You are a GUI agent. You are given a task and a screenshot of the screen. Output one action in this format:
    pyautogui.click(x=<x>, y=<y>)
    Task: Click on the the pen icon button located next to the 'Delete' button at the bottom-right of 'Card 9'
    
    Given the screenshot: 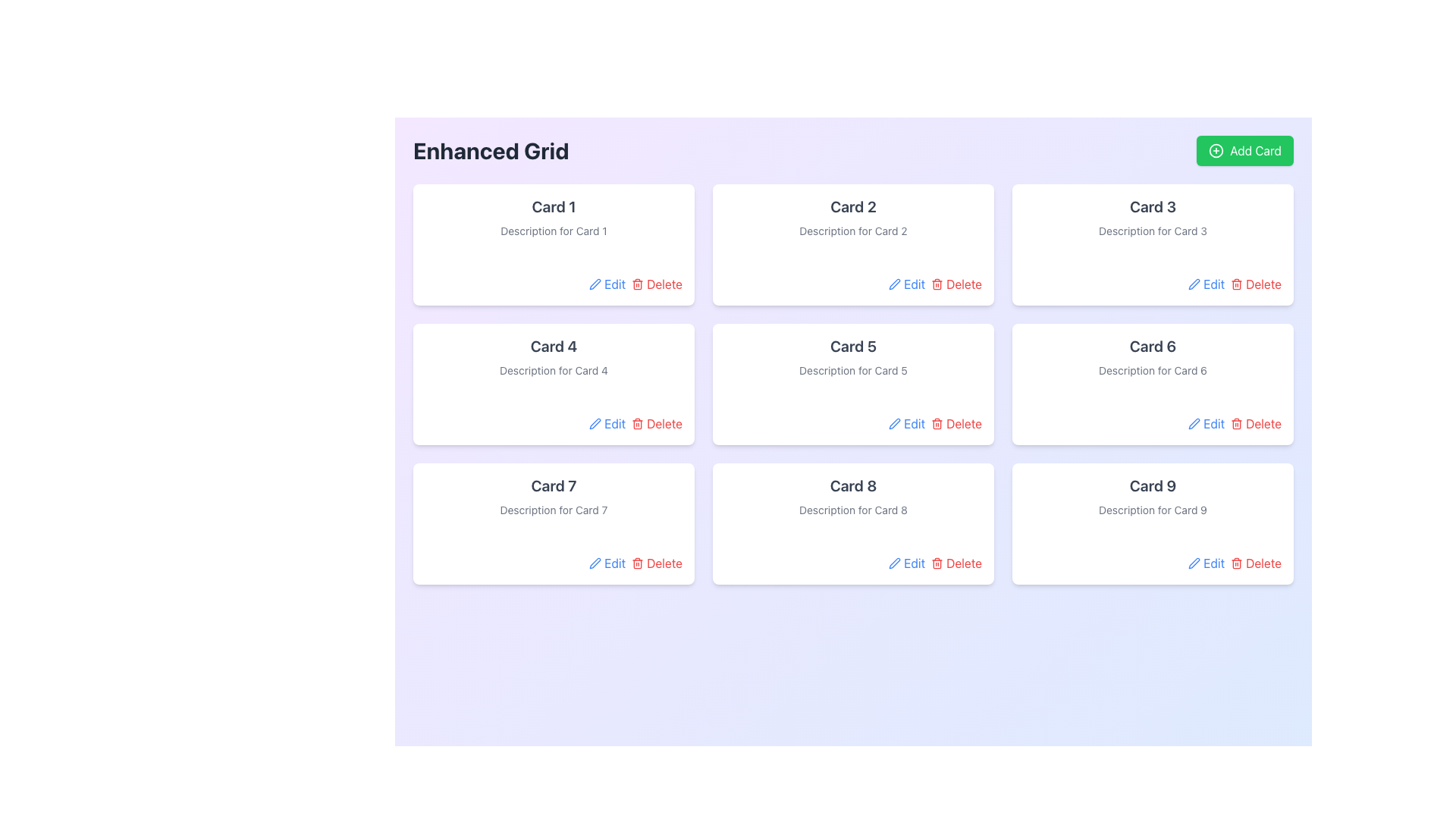 What is the action you would take?
    pyautogui.click(x=1194, y=563)
    